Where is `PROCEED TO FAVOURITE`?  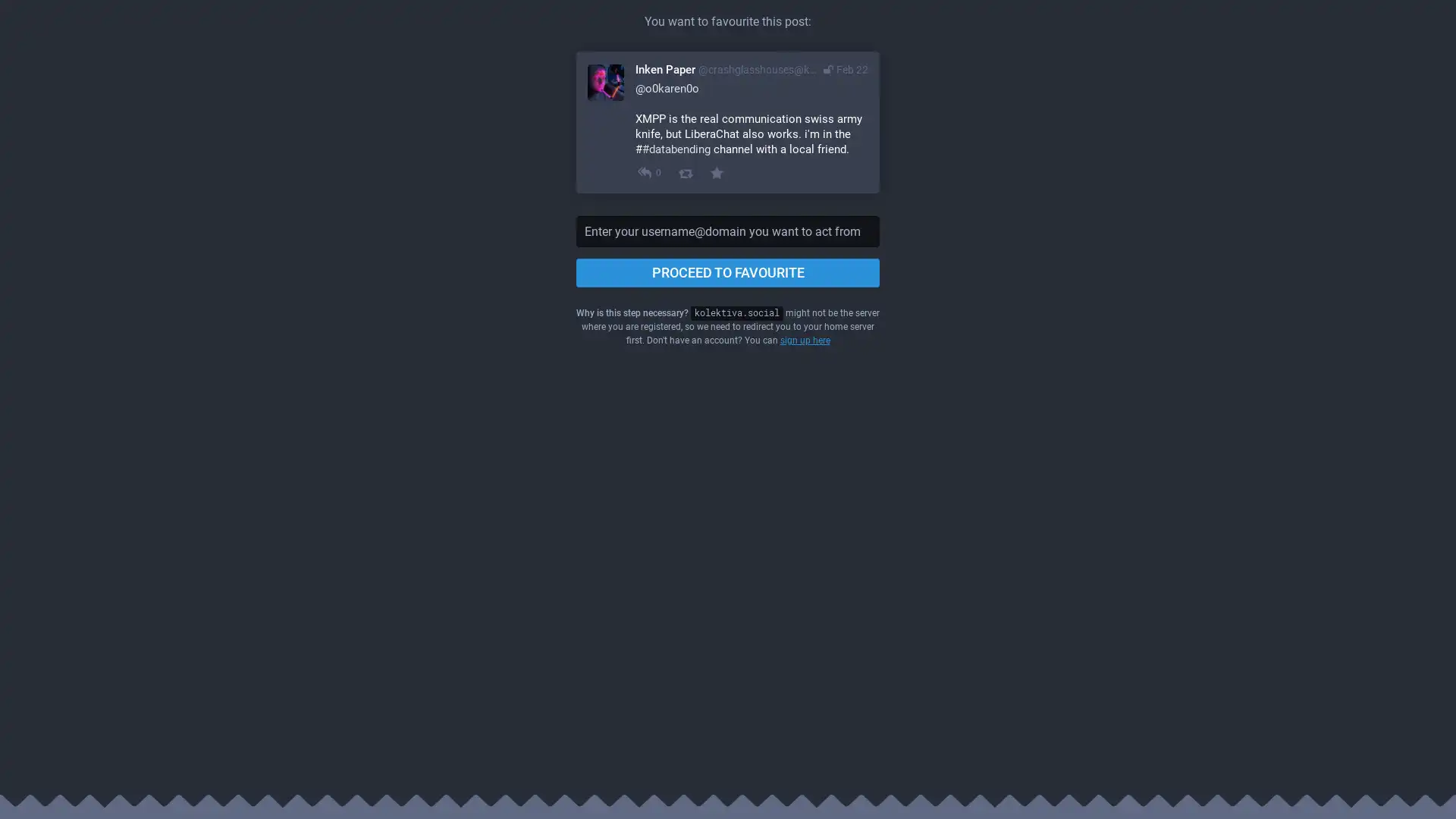 PROCEED TO FAVOURITE is located at coordinates (728, 271).